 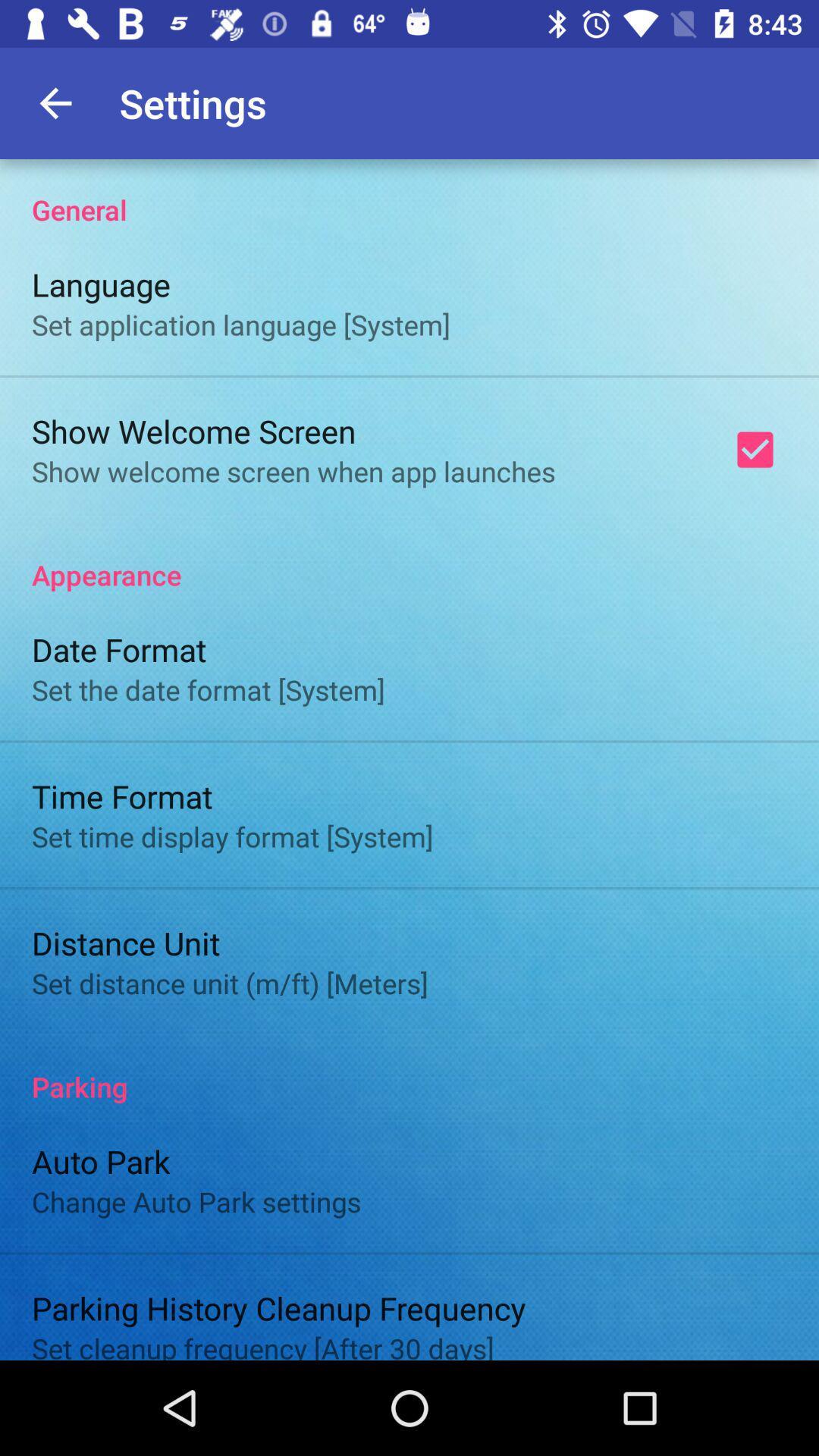 I want to click on icon below language item, so click(x=240, y=324).